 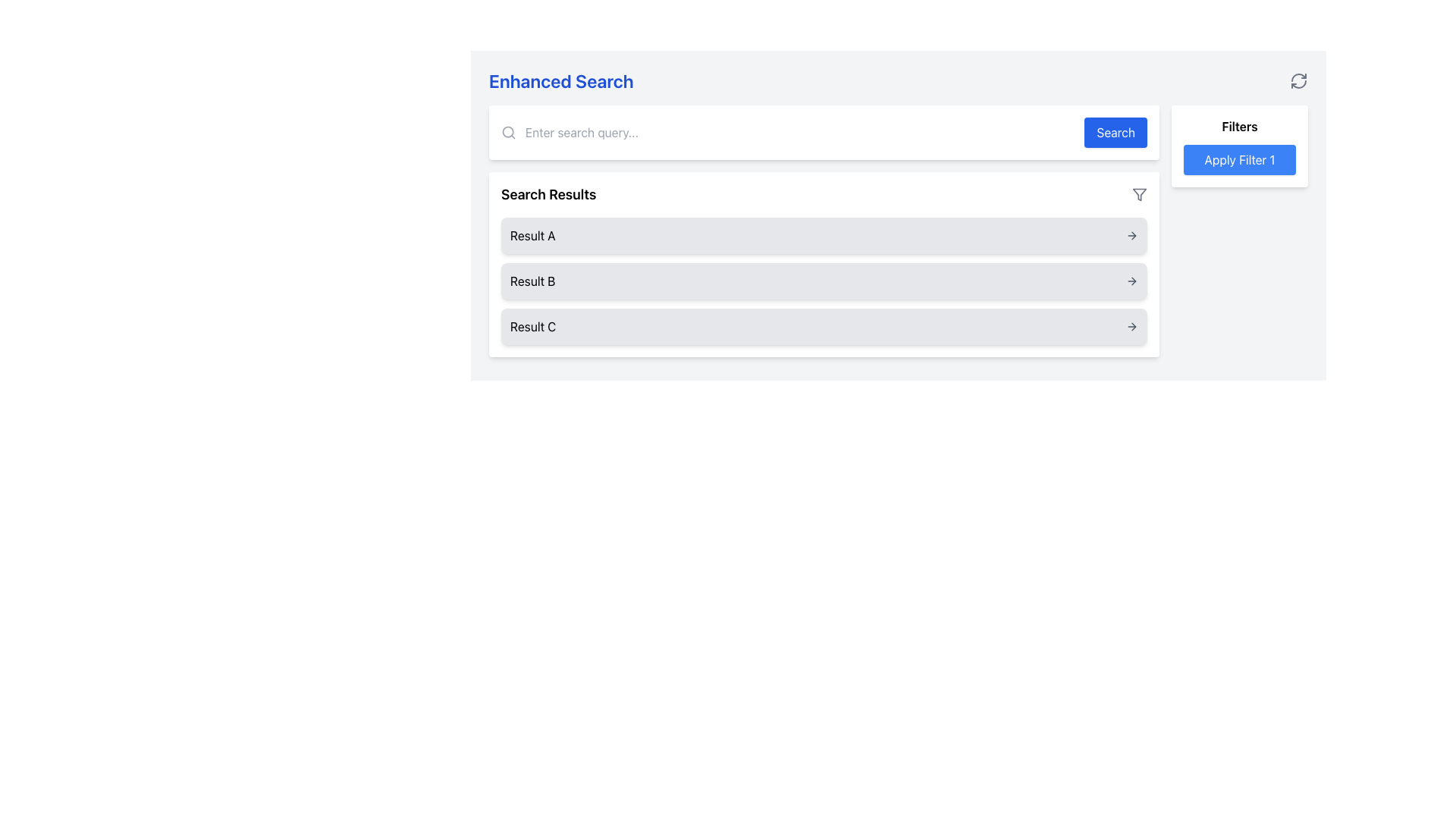 What do you see at coordinates (1139, 194) in the screenshot?
I see `the filter icon located to the far right of the 'Search Results' section title` at bounding box center [1139, 194].